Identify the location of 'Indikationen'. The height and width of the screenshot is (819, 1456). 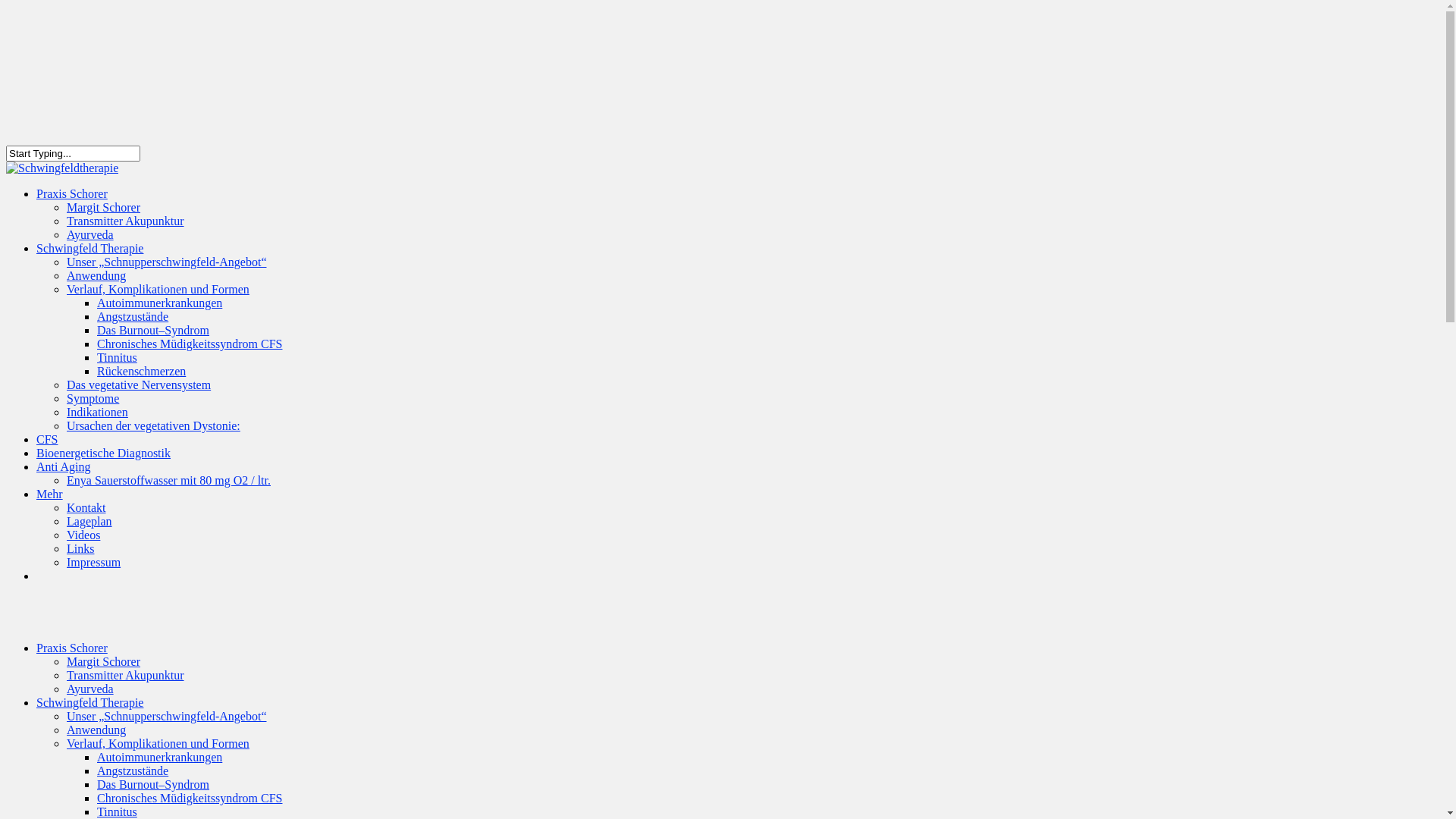
(96, 412).